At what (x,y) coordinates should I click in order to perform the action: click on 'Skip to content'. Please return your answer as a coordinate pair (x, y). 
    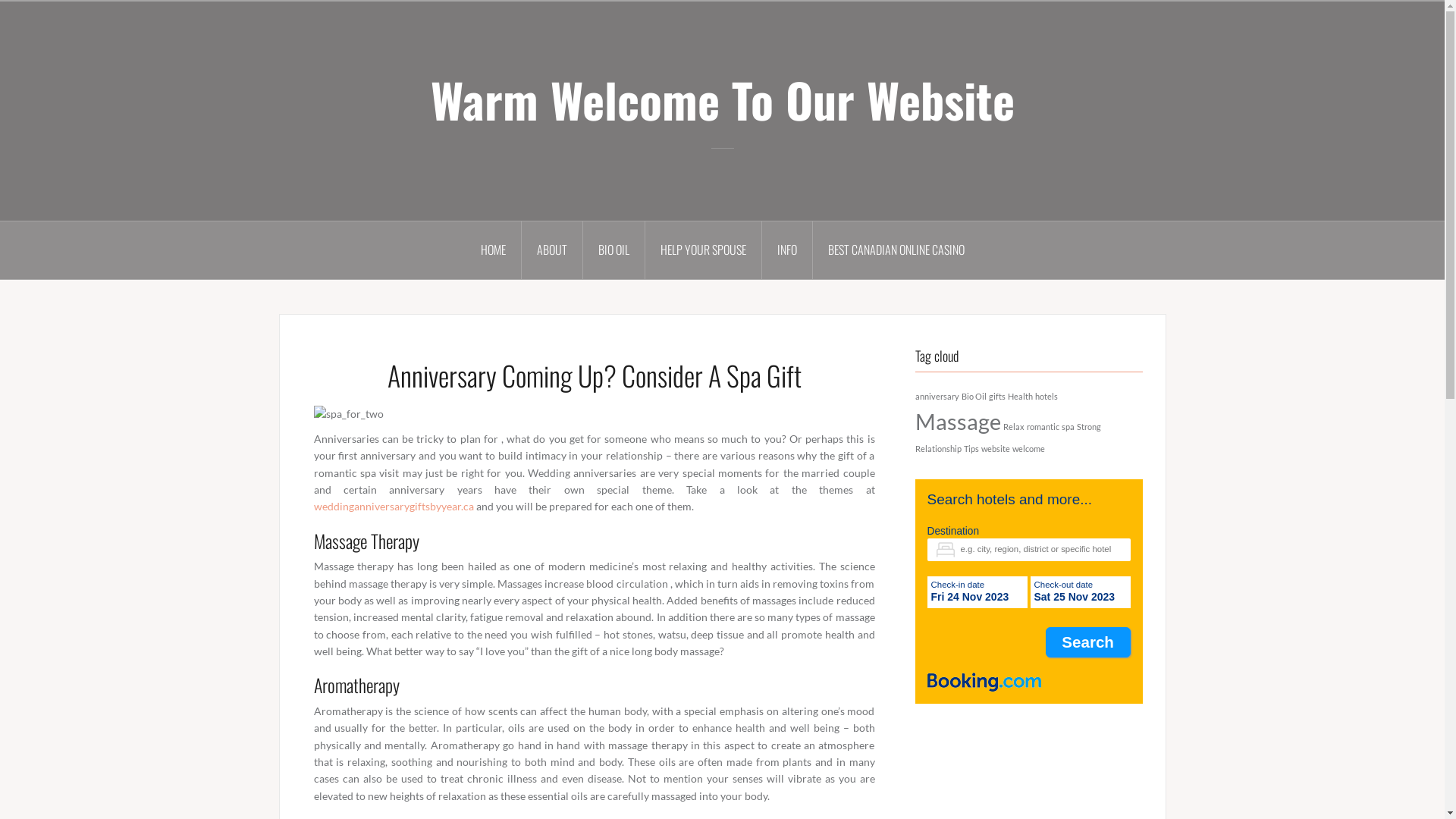
    Looking at the image, I should click on (0, 0).